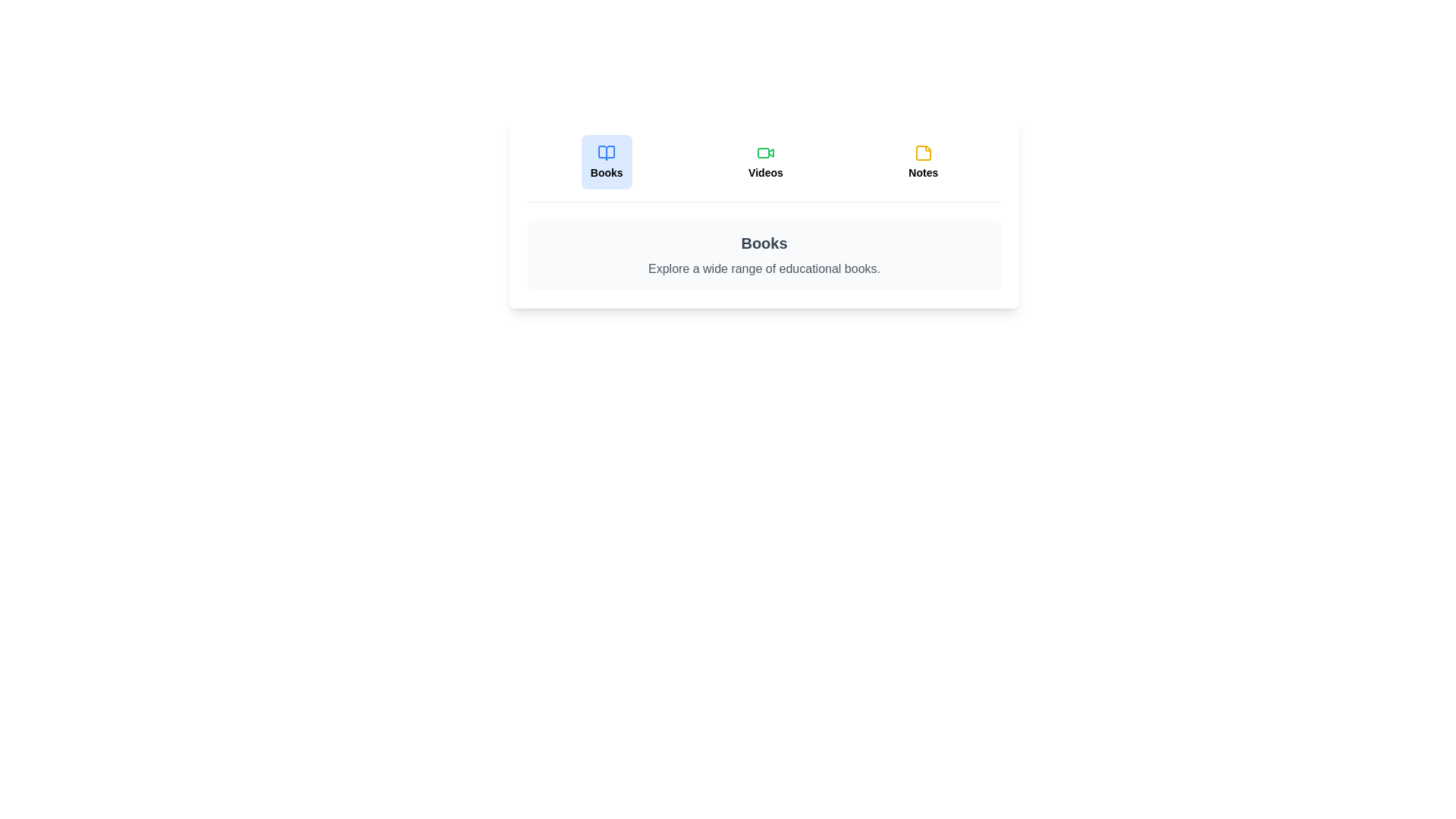 This screenshot has width=1456, height=819. Describe the element at coordinates (607, 162) in the screenshot. I see `the tab labeled 'Books' to observe its hover effect` at that location.